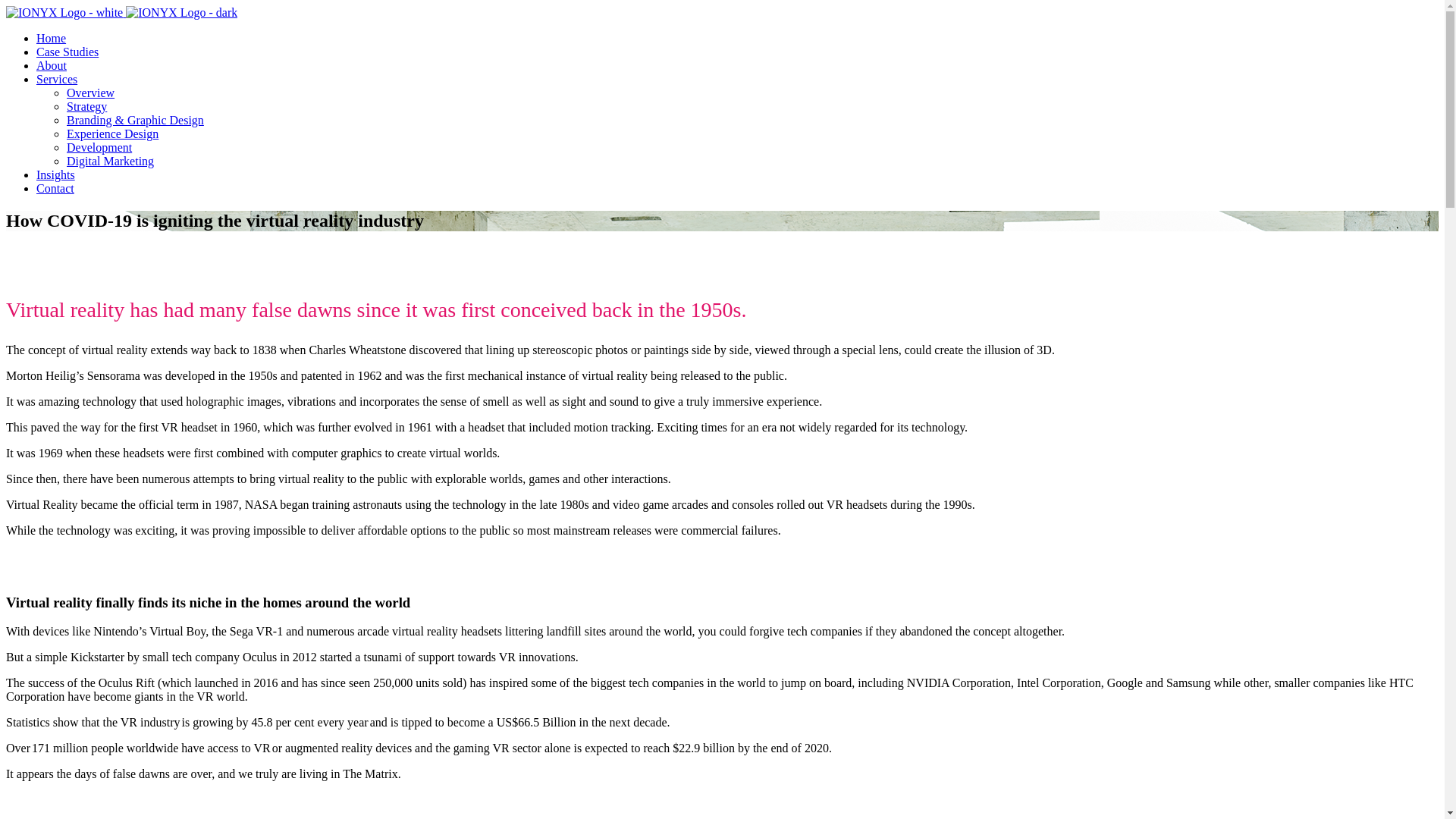 The height and width of the screenshot is (819, 1456). I want to click on 'Home', so click(51, 37).